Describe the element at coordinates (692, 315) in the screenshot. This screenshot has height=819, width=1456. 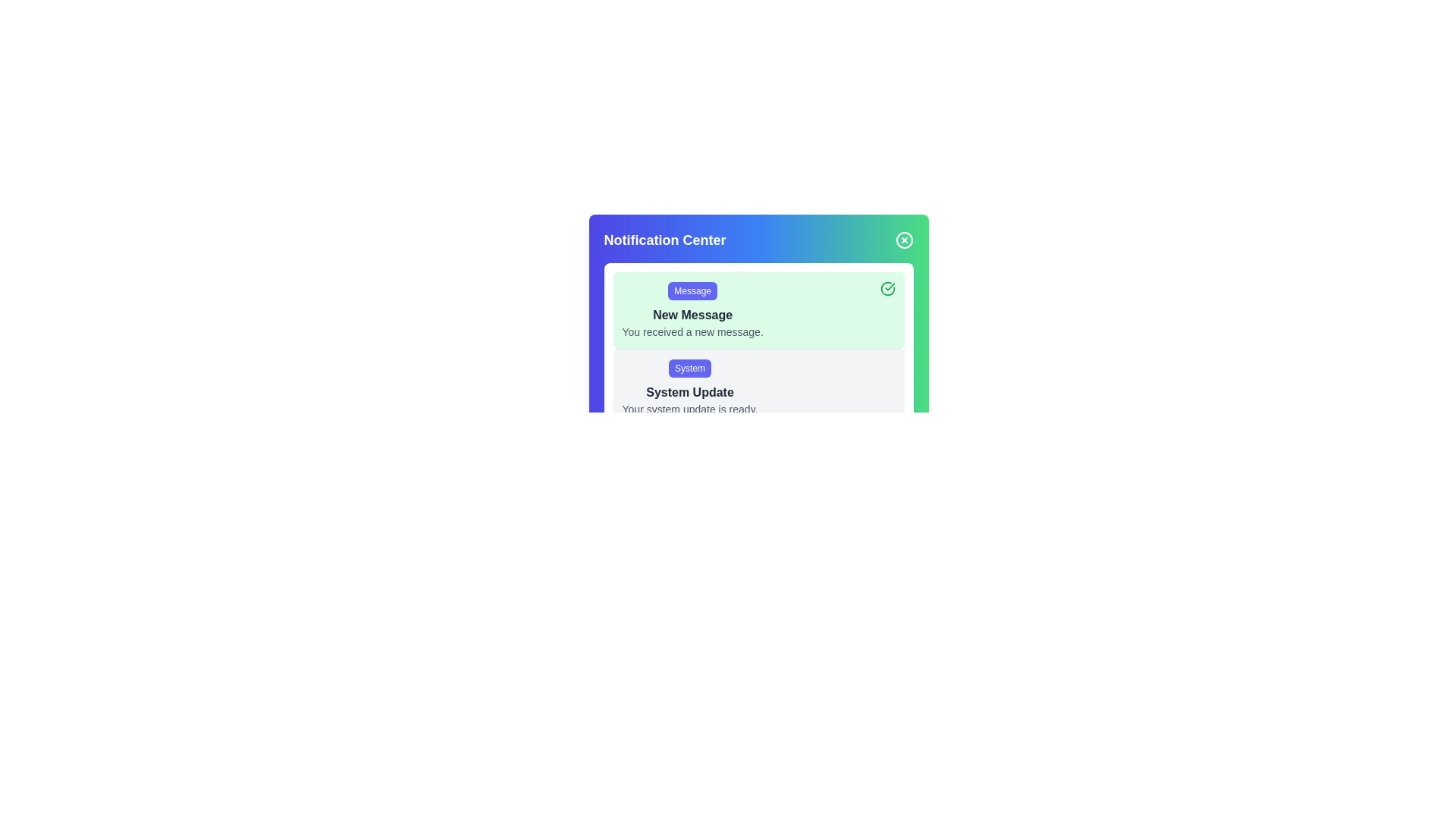
I see `'New Message' text label, which is bold and dark gray, positioned centrally below the 'Message' label within the notification card` at that location.